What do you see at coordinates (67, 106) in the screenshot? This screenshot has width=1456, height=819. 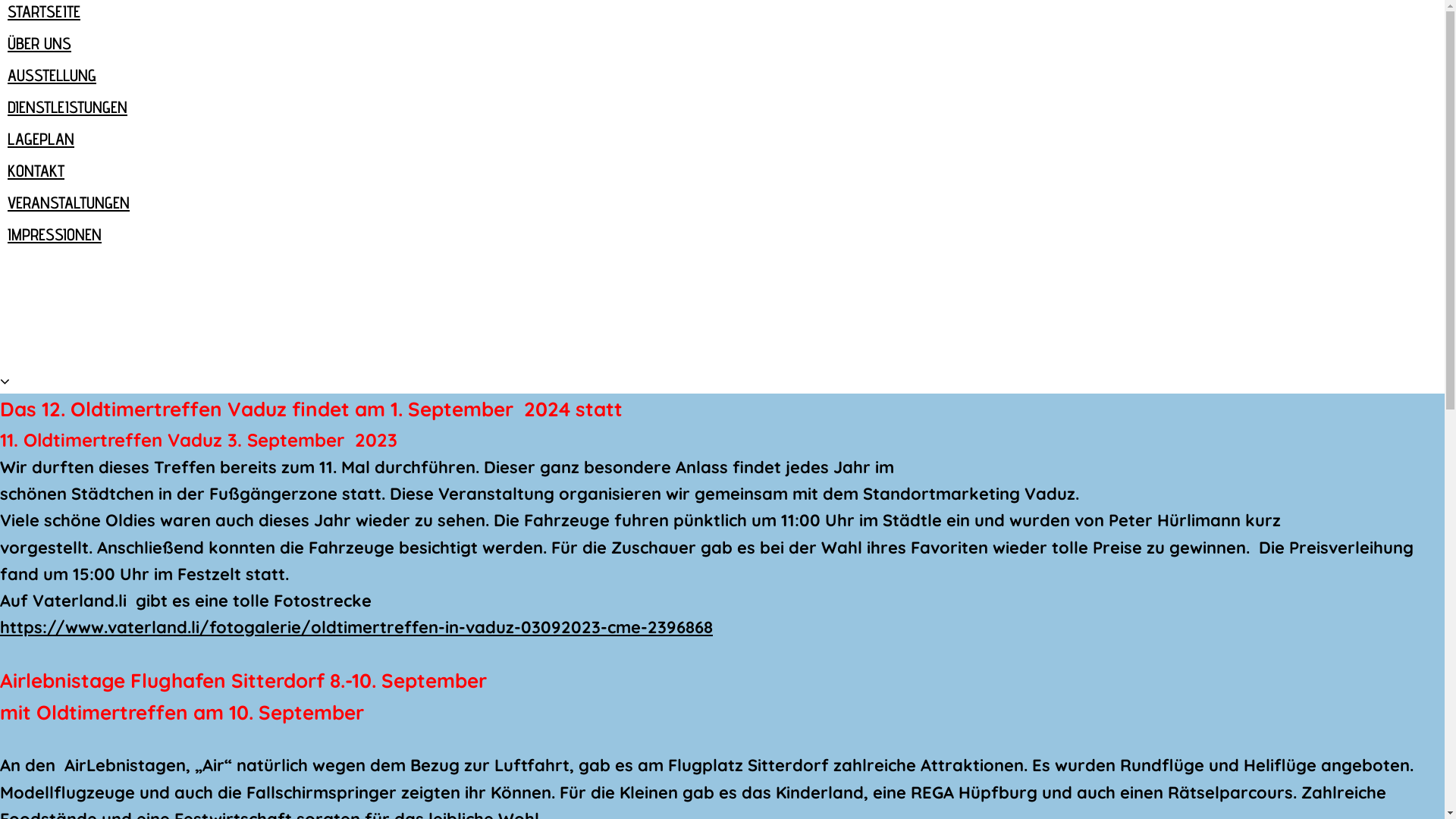 I see `'DIENSTLEISTUNGEN'` at bounding box center [67, 106].